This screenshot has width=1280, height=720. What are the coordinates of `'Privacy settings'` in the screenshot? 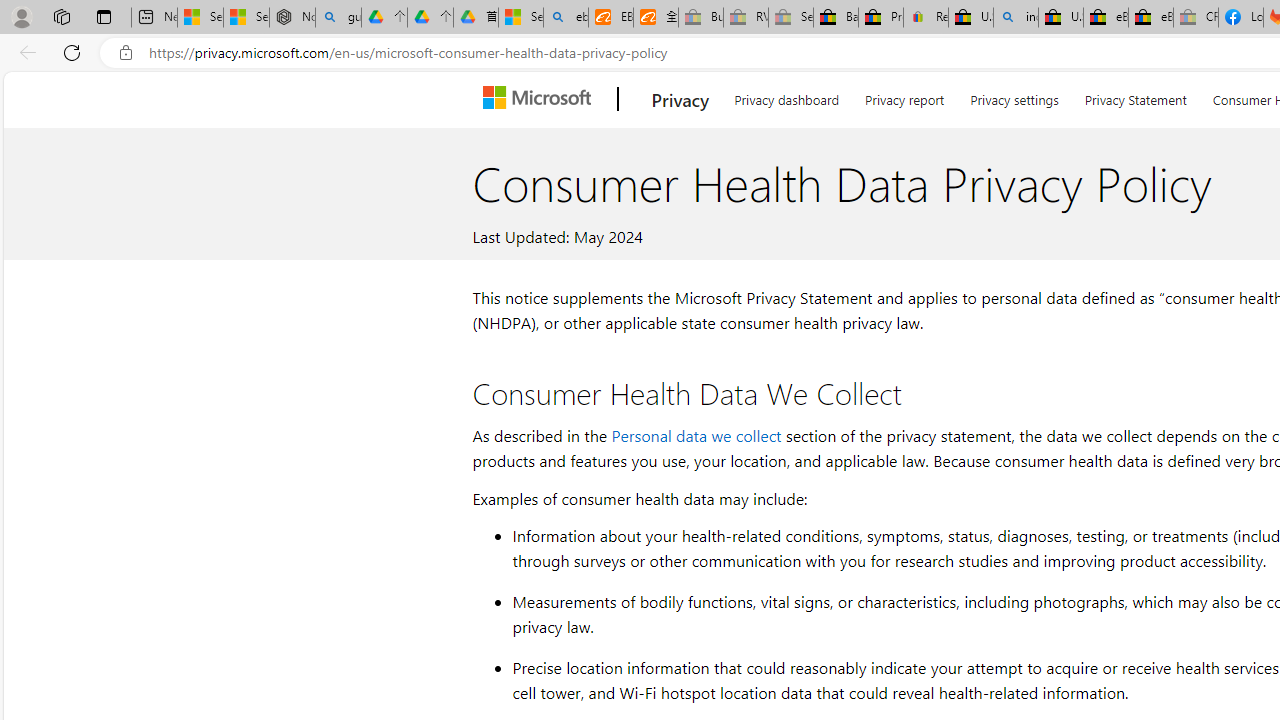 It's located at (1014, 96).